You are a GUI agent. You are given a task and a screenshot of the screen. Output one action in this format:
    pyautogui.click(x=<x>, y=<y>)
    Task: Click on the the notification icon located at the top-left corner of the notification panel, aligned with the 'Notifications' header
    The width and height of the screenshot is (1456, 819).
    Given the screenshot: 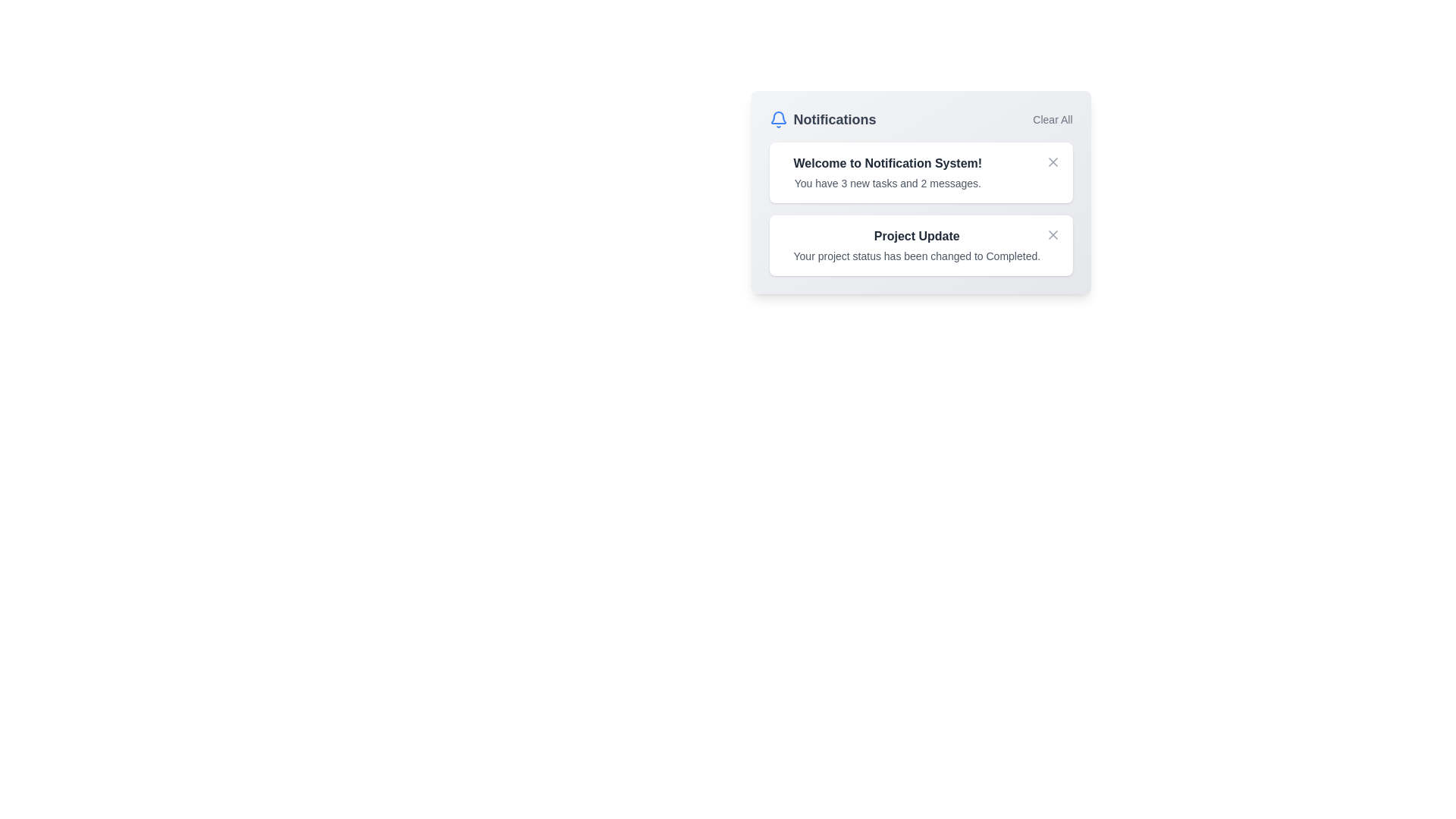 What is the action you would take?
    pyautogui.click(x=778, y=119)
    